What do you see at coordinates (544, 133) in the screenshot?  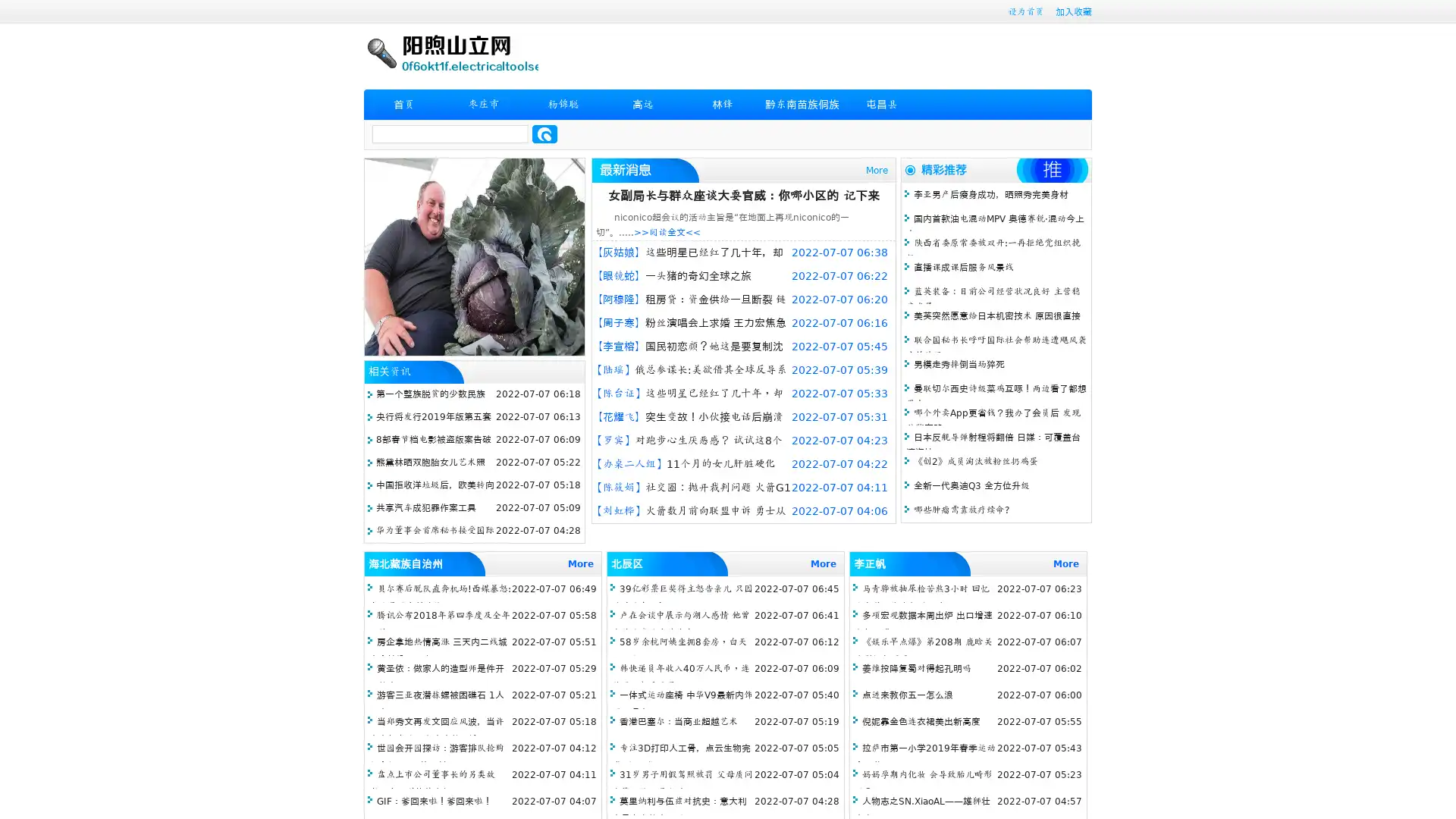 I see `Search` at bounding box center [544, 133].